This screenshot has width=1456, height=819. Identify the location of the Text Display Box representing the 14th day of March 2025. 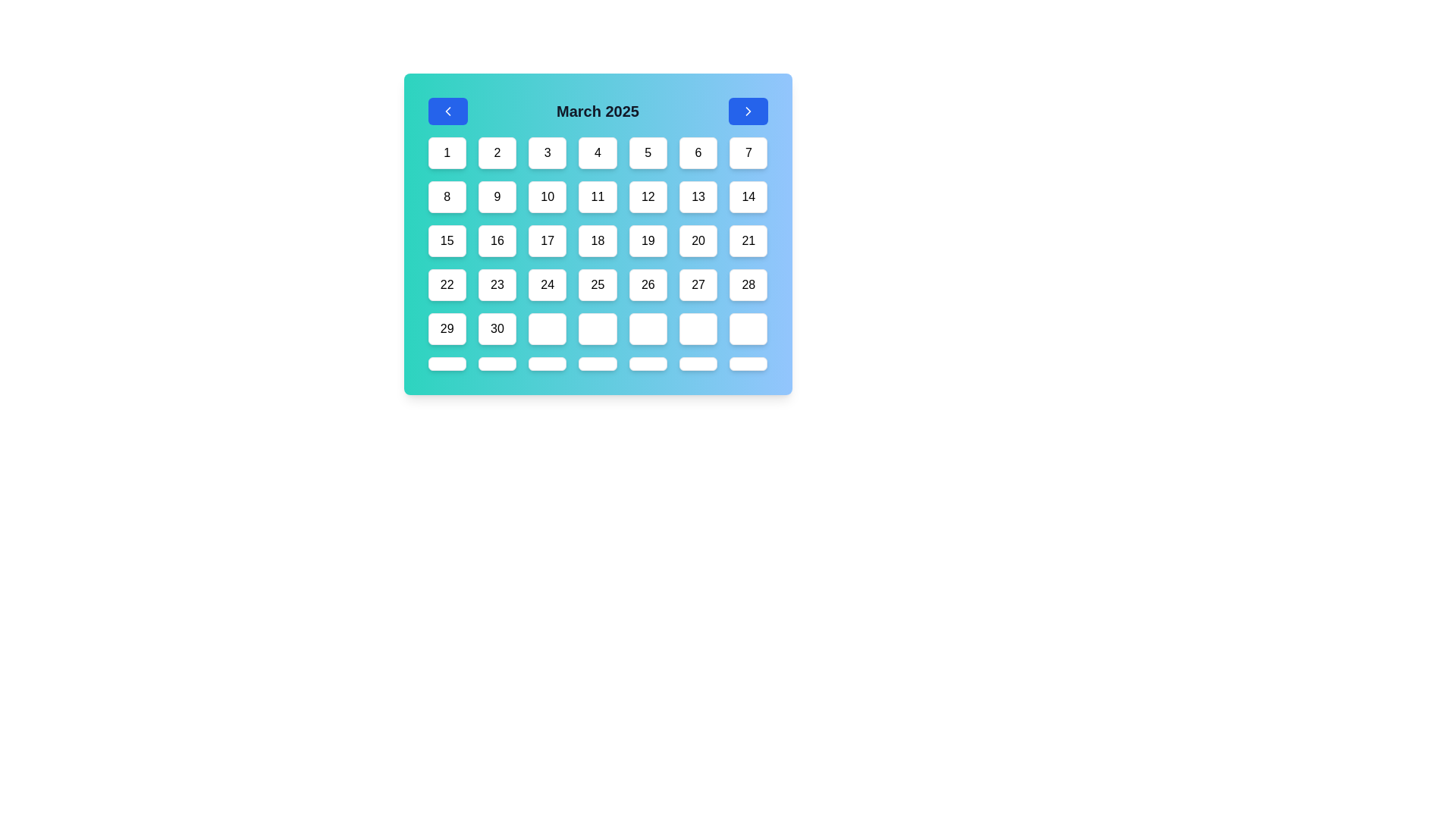
(748, 196).